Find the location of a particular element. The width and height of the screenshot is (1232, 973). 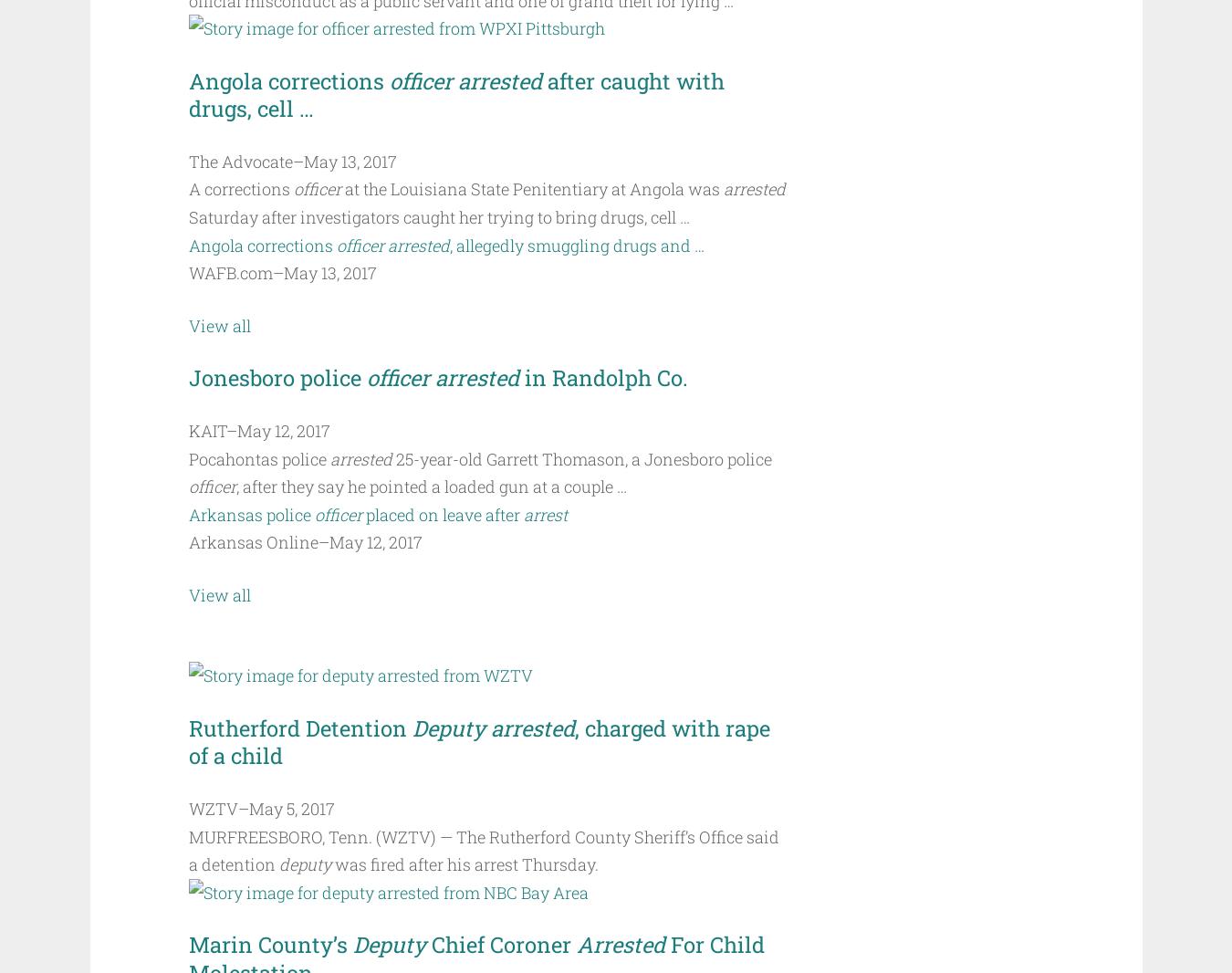

'KAIT' is located at coordinates (188, 431).